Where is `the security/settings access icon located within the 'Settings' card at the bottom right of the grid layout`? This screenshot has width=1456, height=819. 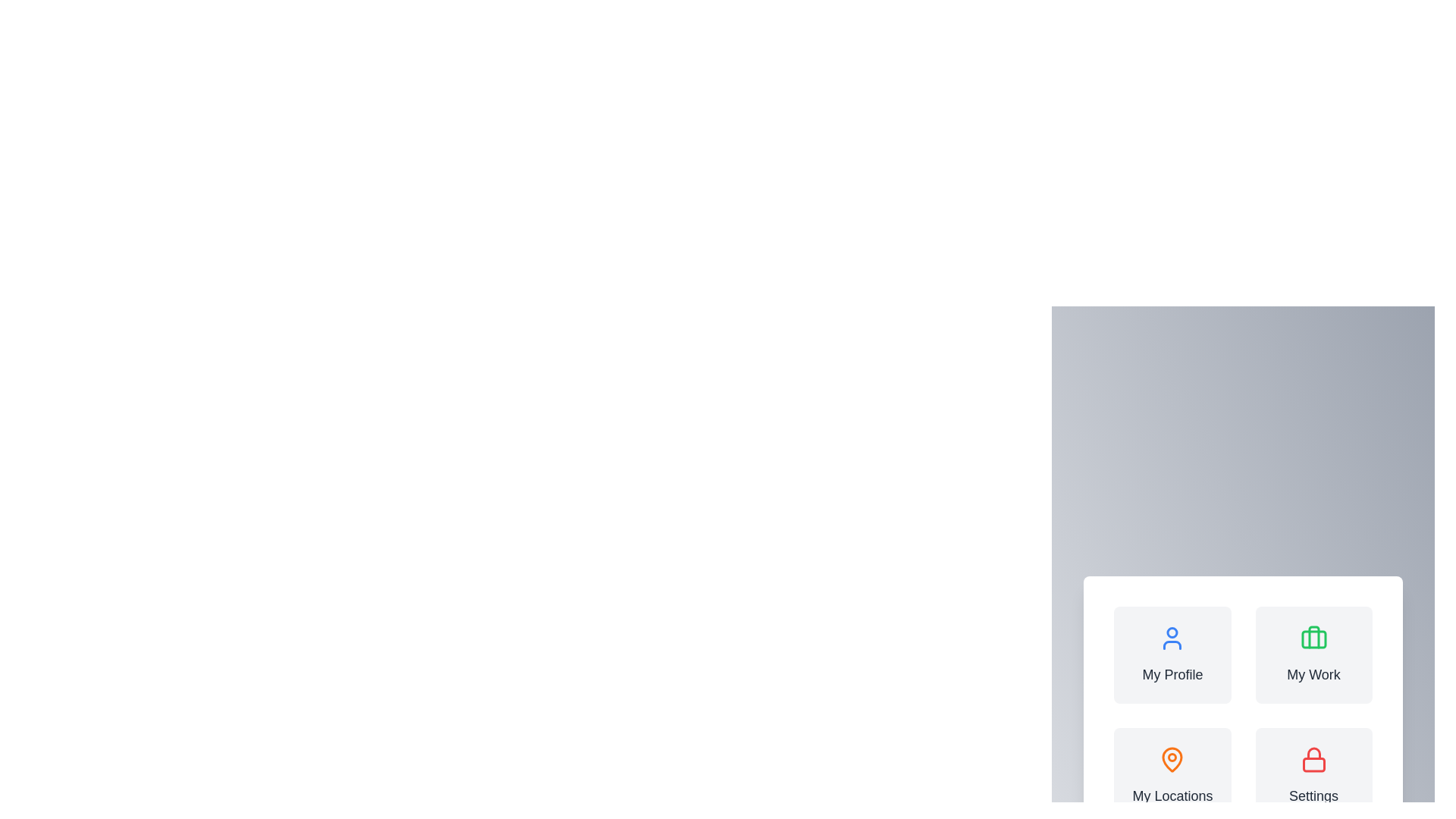 the security/settings access icon located within the 'Settings' card at the bottom right of the grid layout is located at coordinates (1313, 760).